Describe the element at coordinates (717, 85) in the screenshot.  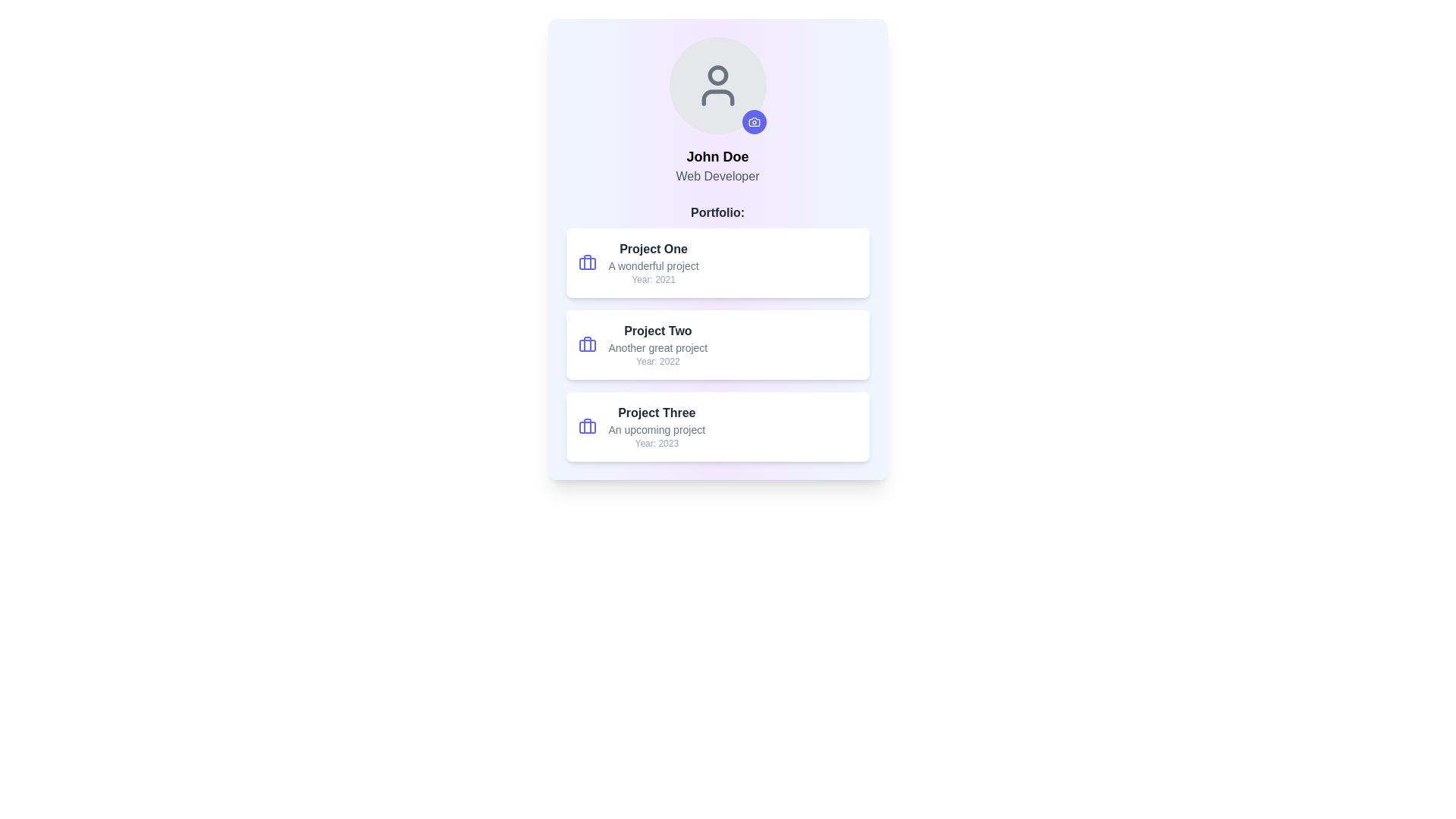
I see `the circular profile icon with a gray background and centered user icon, which includes a smaller blue circular button with a camera icon in the bottom-right corner` at that location.